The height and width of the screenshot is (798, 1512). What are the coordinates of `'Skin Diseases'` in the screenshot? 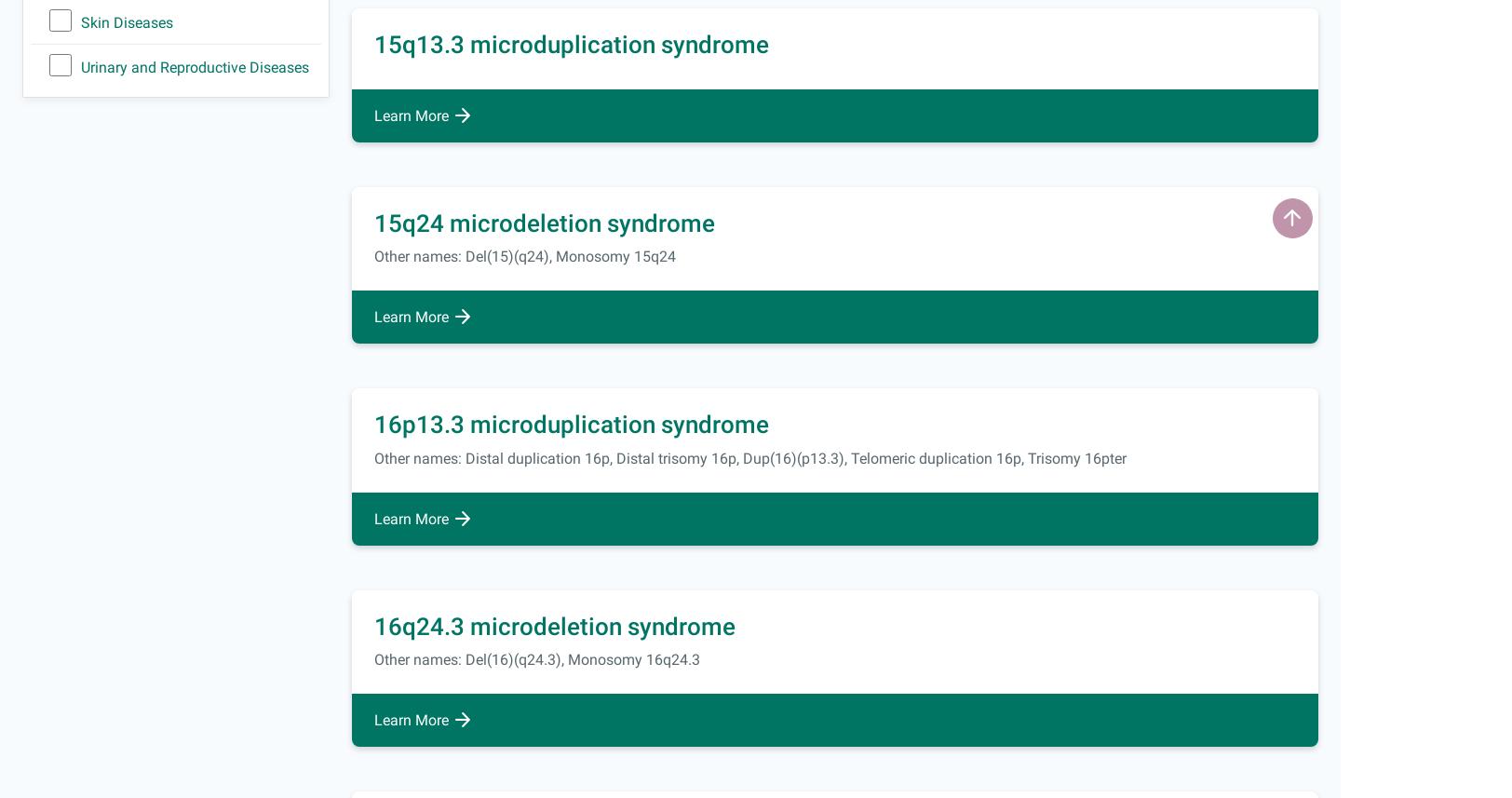 It's located at (127, 22).